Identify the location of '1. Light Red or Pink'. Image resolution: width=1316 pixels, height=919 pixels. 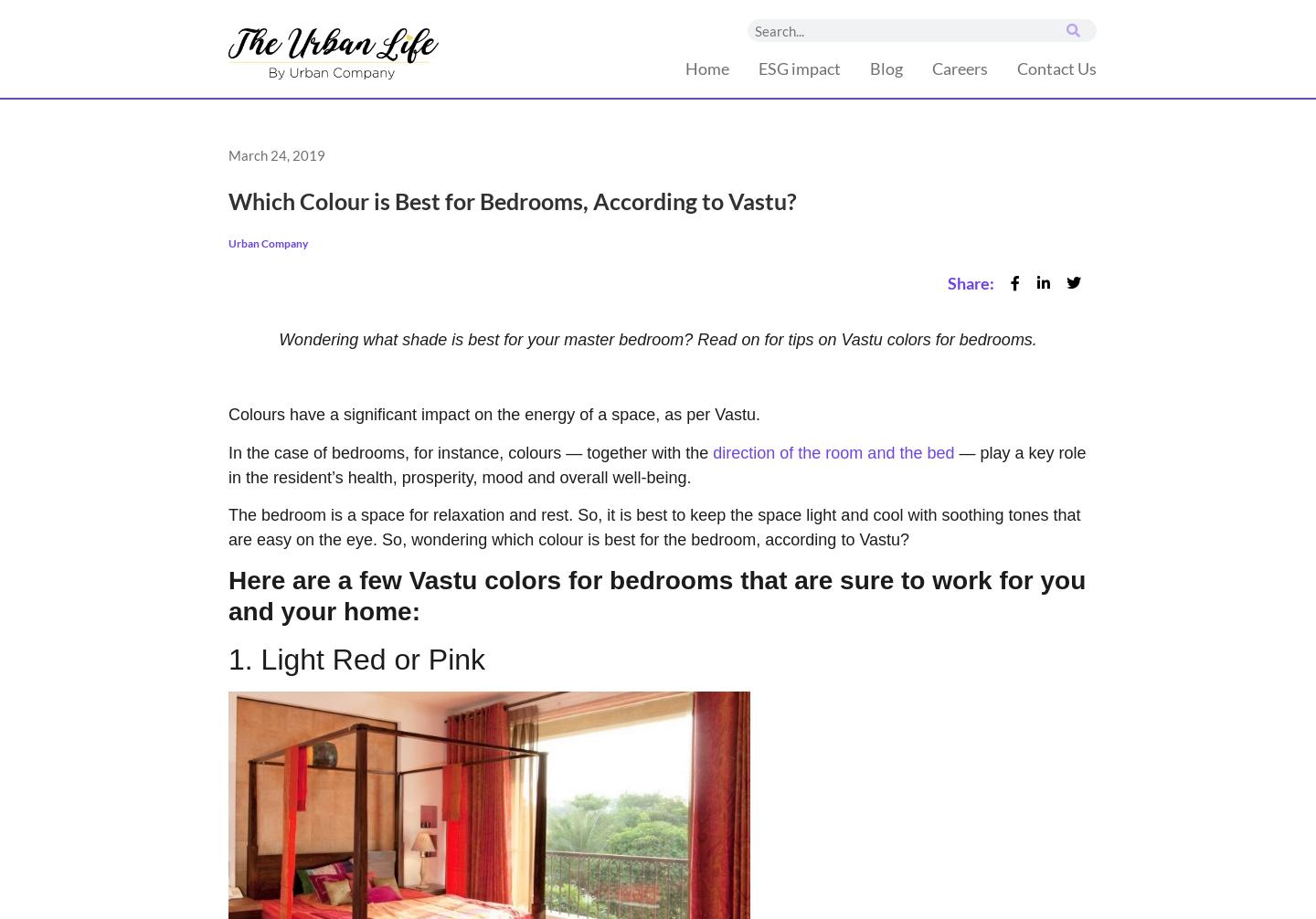
(356, 659).